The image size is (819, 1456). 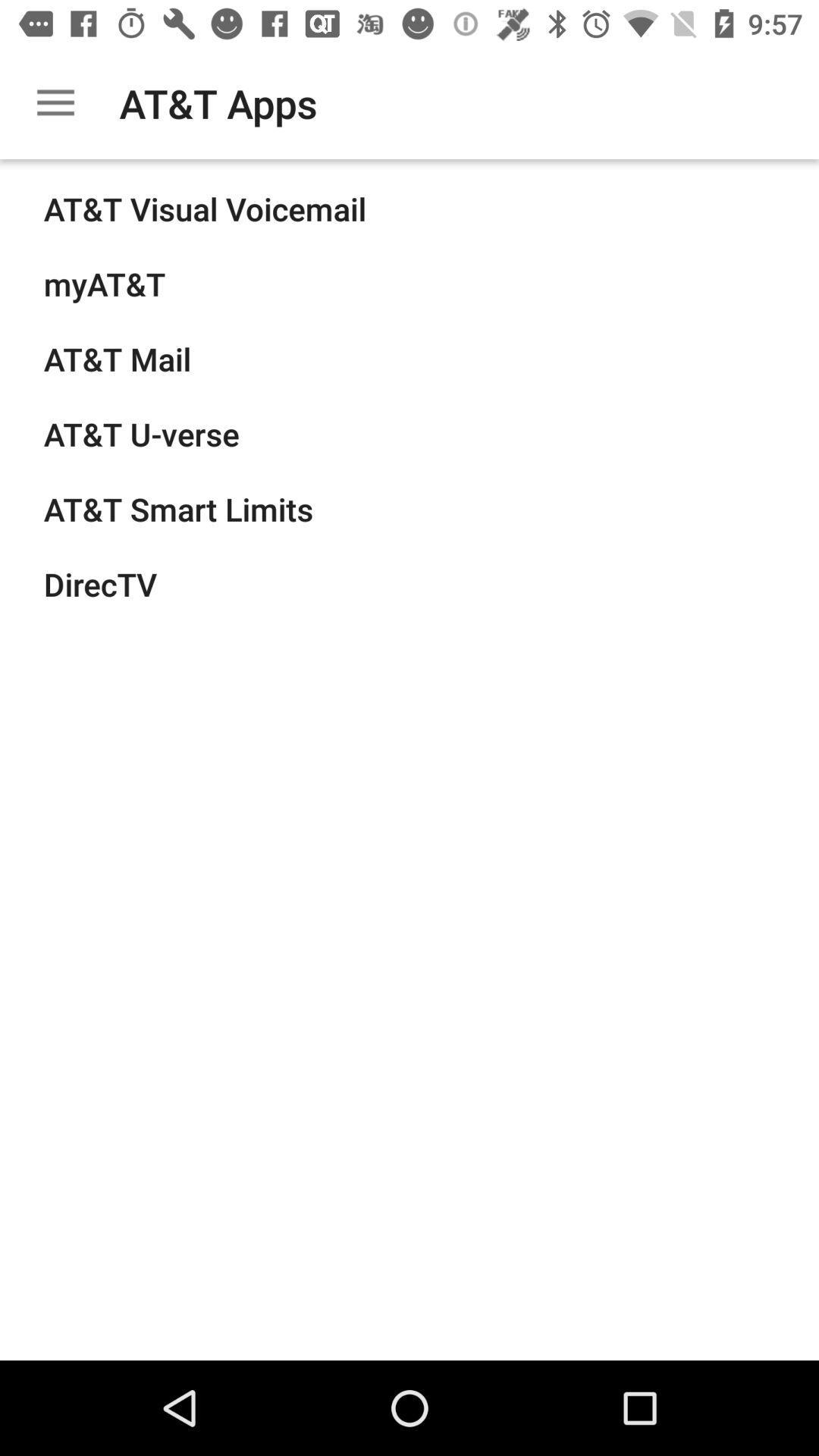 I want to click on the directv, so click(x=100, y=583).